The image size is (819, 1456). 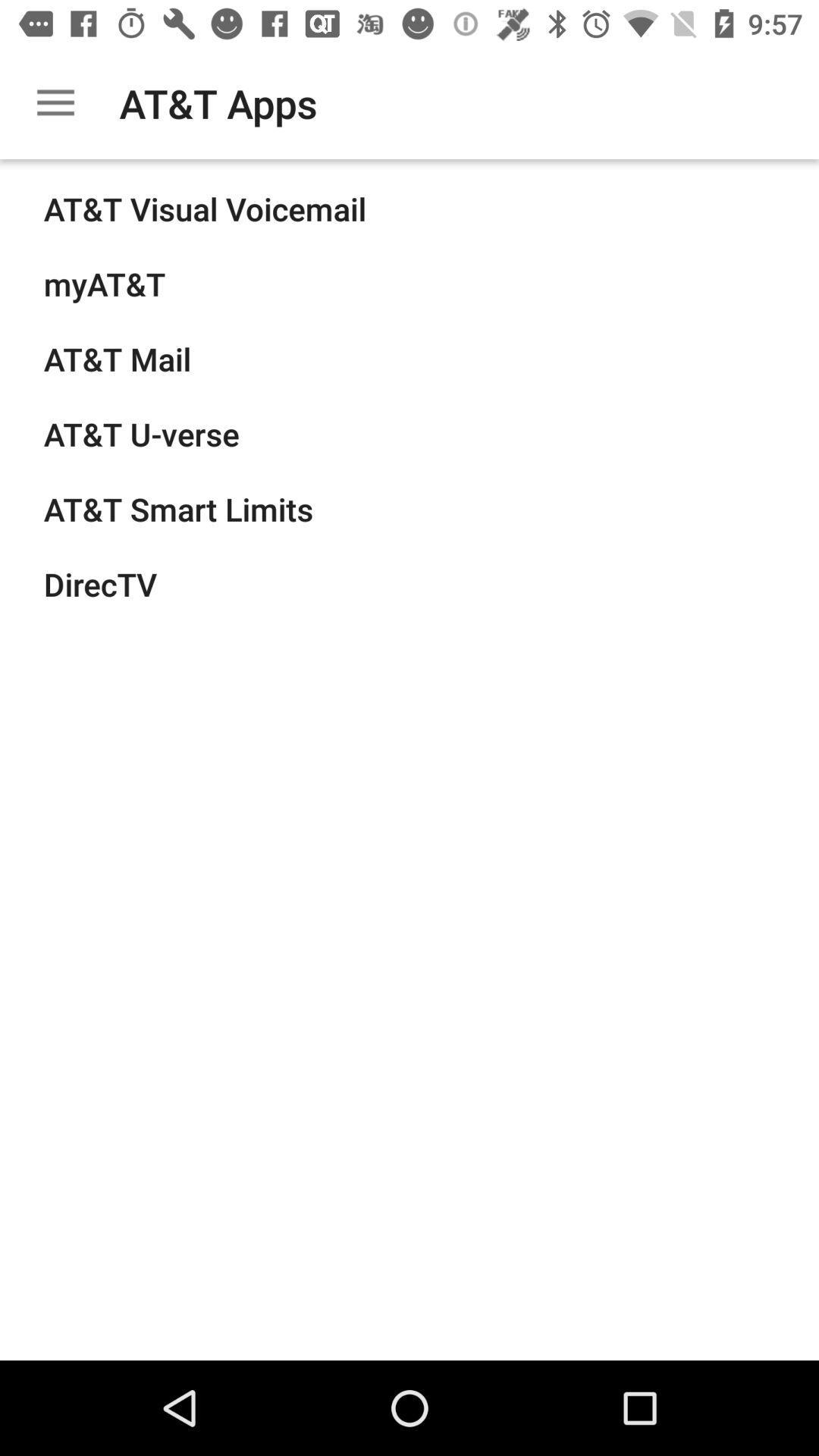 I want to click on the directv, so click(x=100, y=583).